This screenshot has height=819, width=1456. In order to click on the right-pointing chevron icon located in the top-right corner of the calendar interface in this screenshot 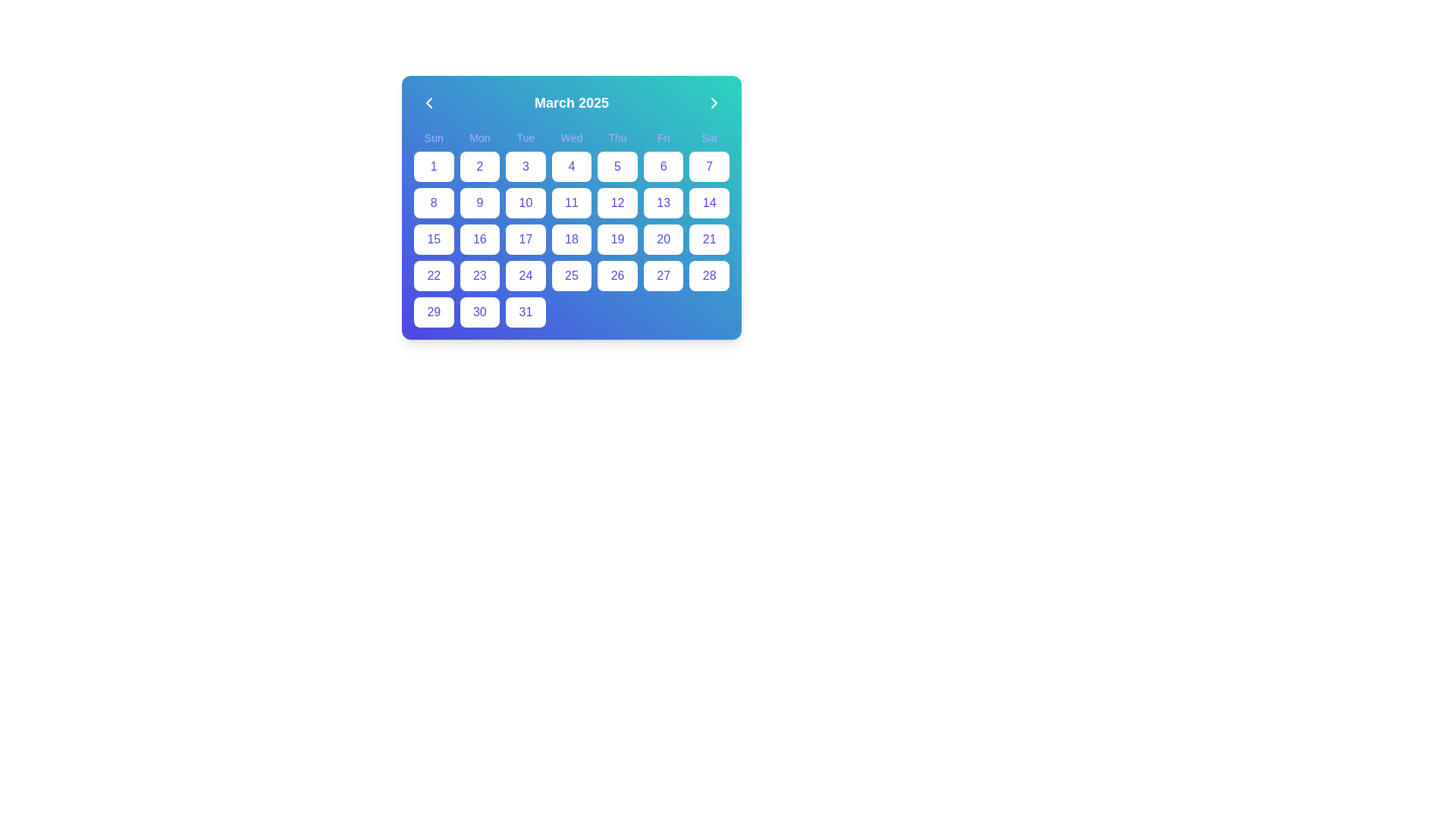, I will do `click(713, 102)`.